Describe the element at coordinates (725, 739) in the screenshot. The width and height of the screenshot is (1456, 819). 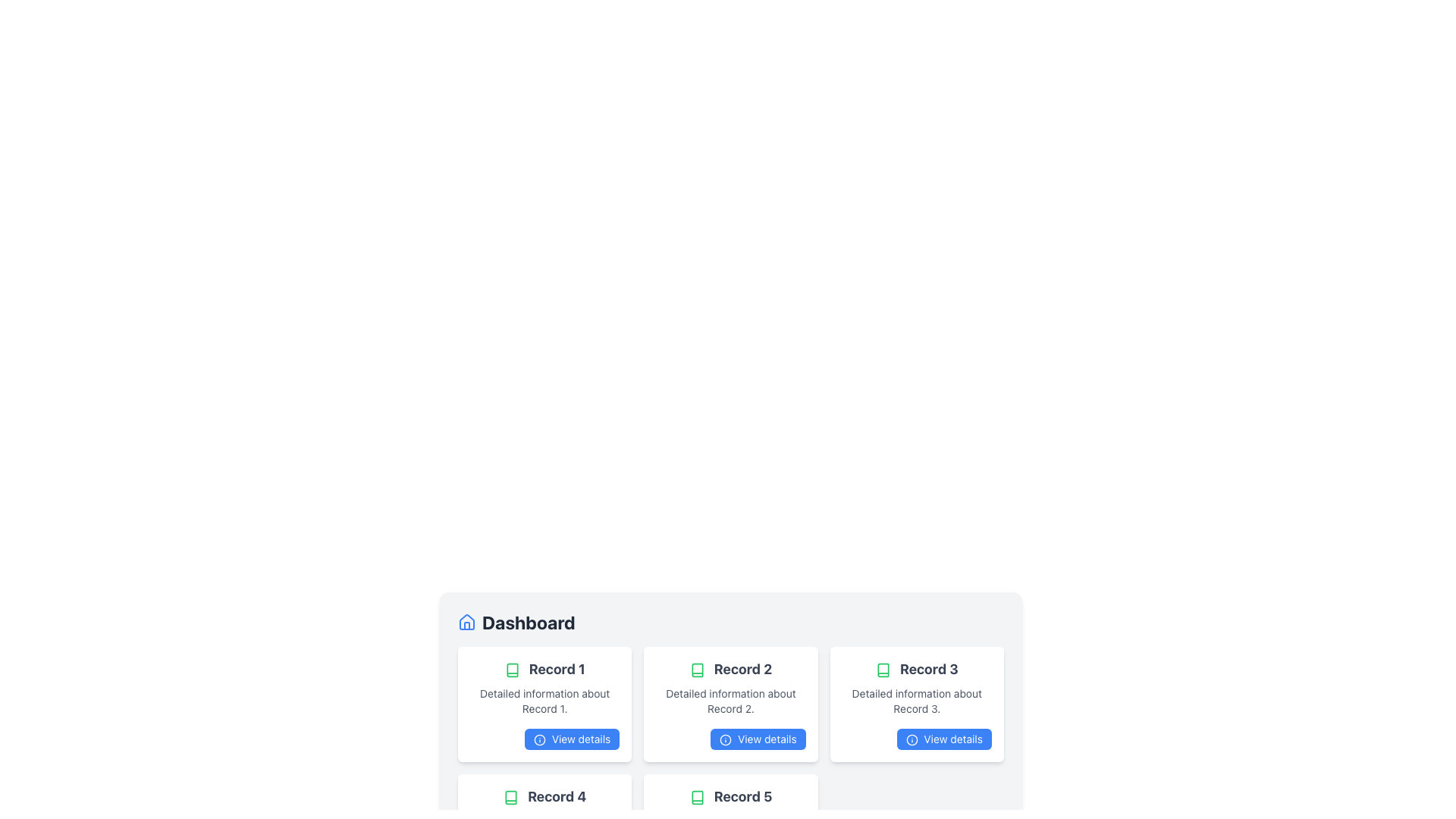
I see `the visual representation of the circular graphical element located within the information icon adjacent to the 'View details' button under the 'Record 3' section` at that location.